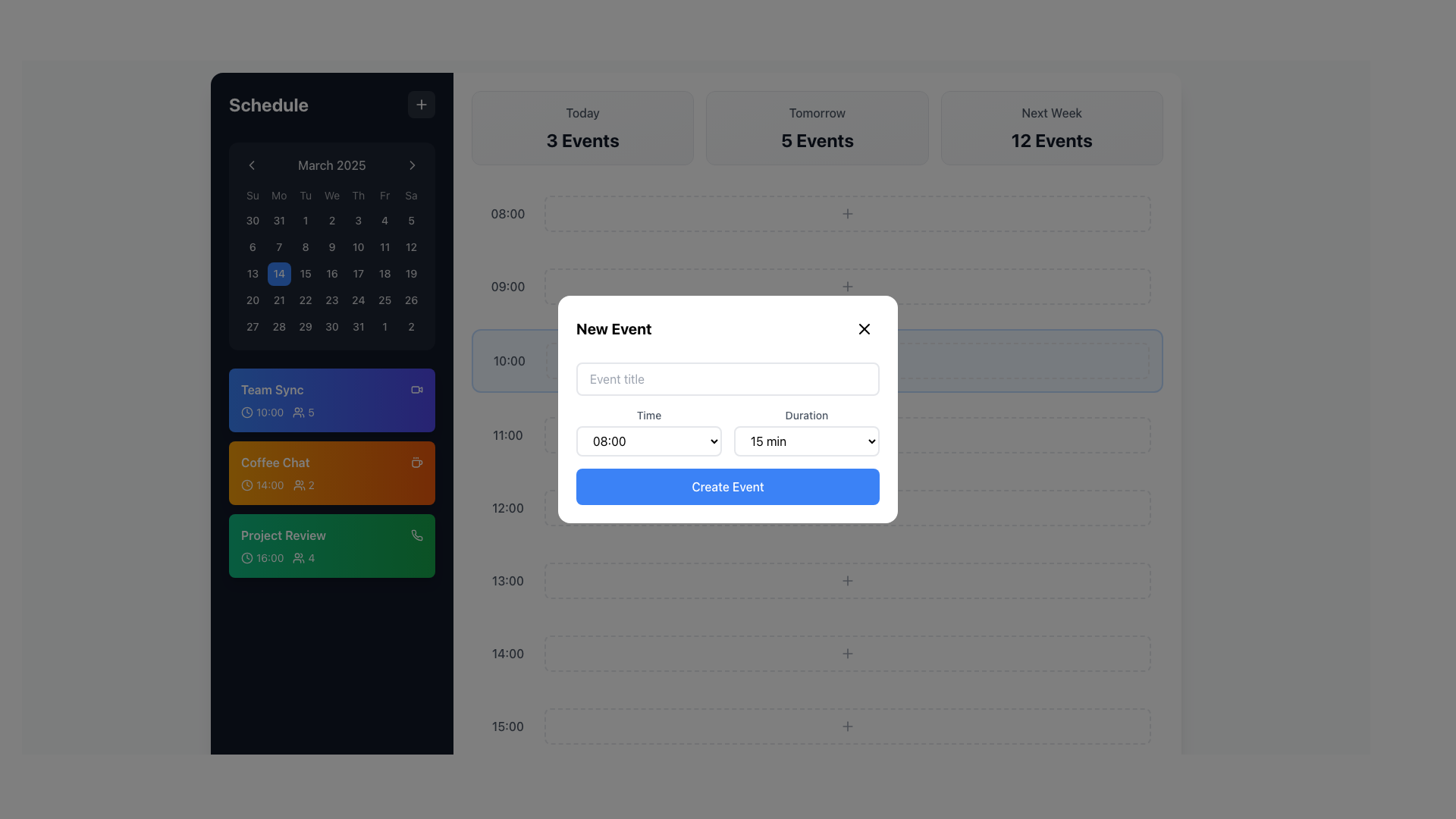 This screenshot has width=1456, height=819. I want to click on the Time label indicating the beginning of the time slot for '08:00', located at the top-left area of the schedule grid, so click(508, 213).